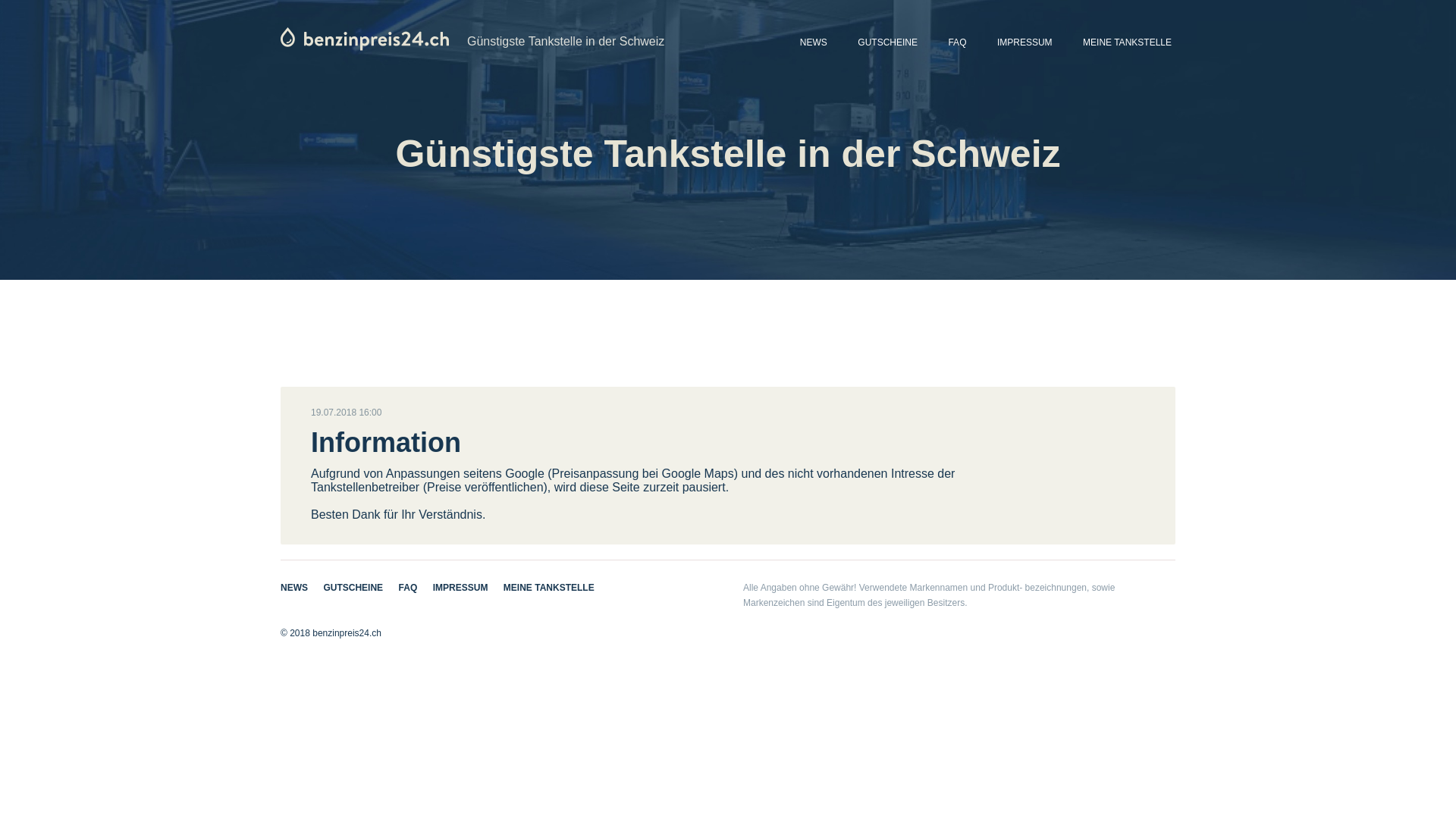 The height and width of the screenshot is (819, 1456). I want to click on 'MEINE TANKSTELLE', so click(548, 587).